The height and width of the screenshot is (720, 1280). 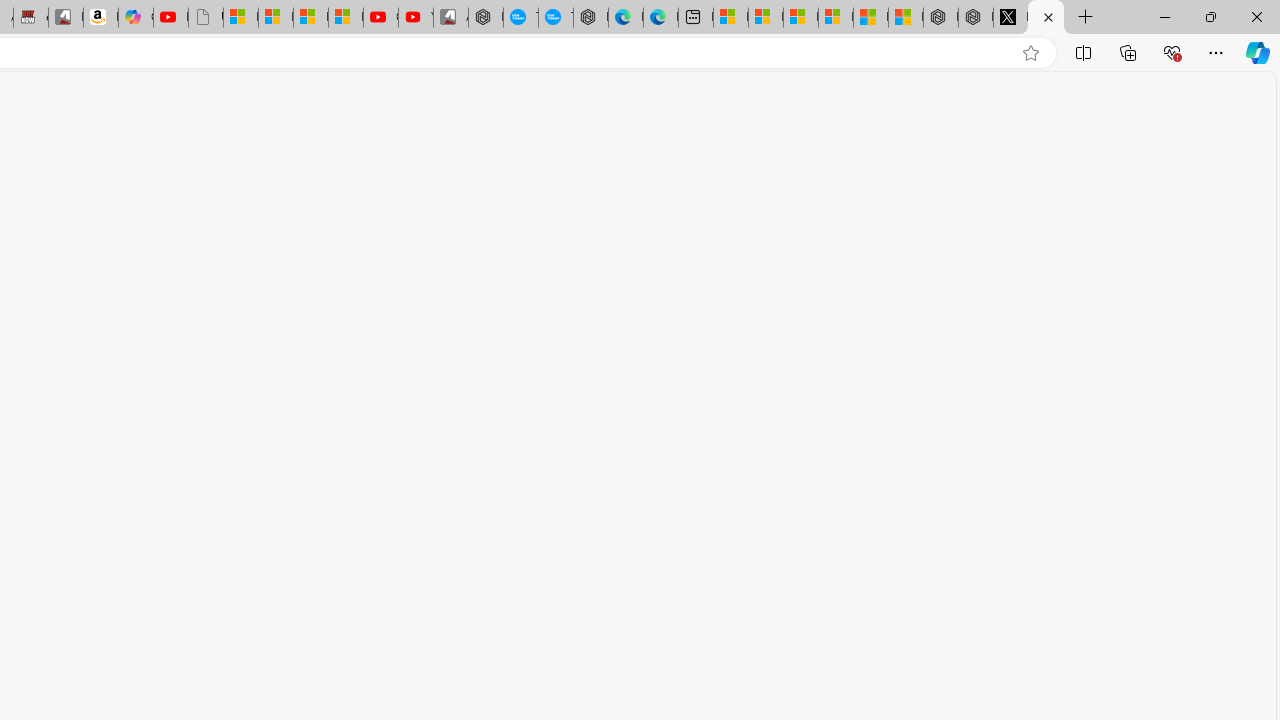 I want to click on 'Gloom - YouTube', so click(x=380, y=17).